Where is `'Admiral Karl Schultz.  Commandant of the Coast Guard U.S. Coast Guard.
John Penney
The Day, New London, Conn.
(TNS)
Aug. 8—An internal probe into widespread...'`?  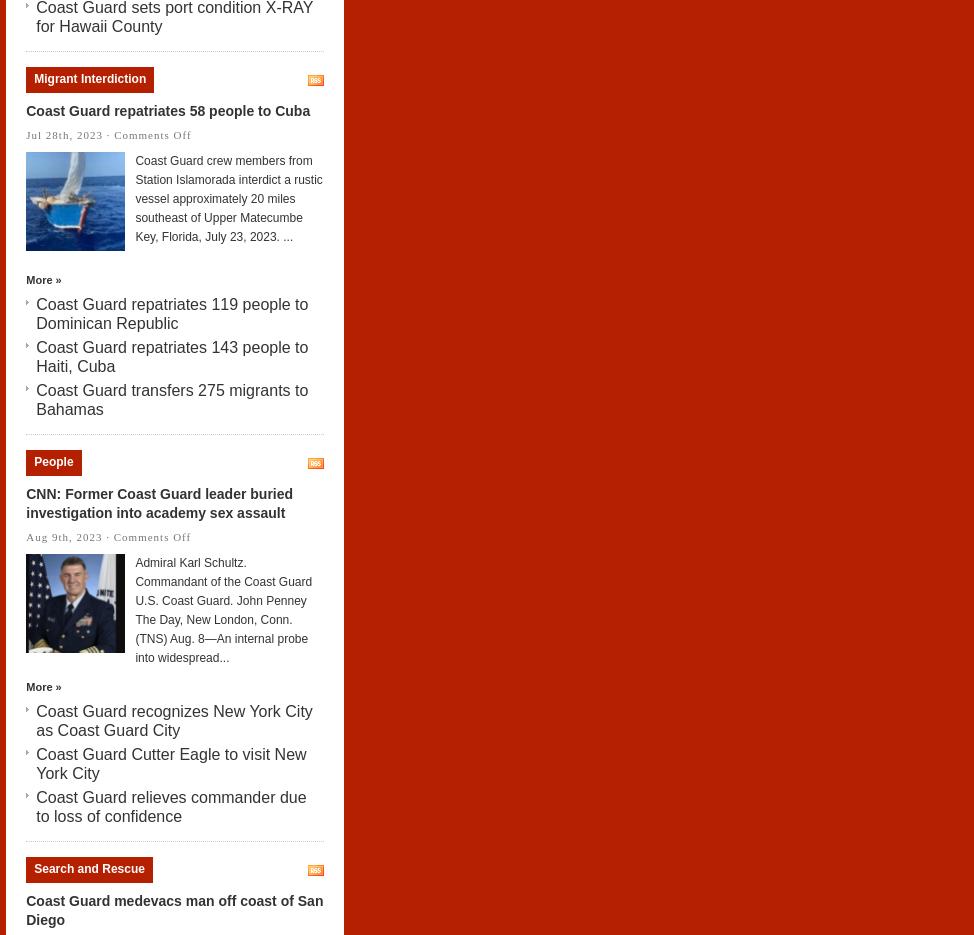
'Admiral Karl Schultz.  Commandant of the Coast Guard U.S. Coast Guard.
John Penney
The Day, New London, Conn.
(TNS)
Aug. 8—An internal probe into widespread...' is located at coordinates (133, 608).